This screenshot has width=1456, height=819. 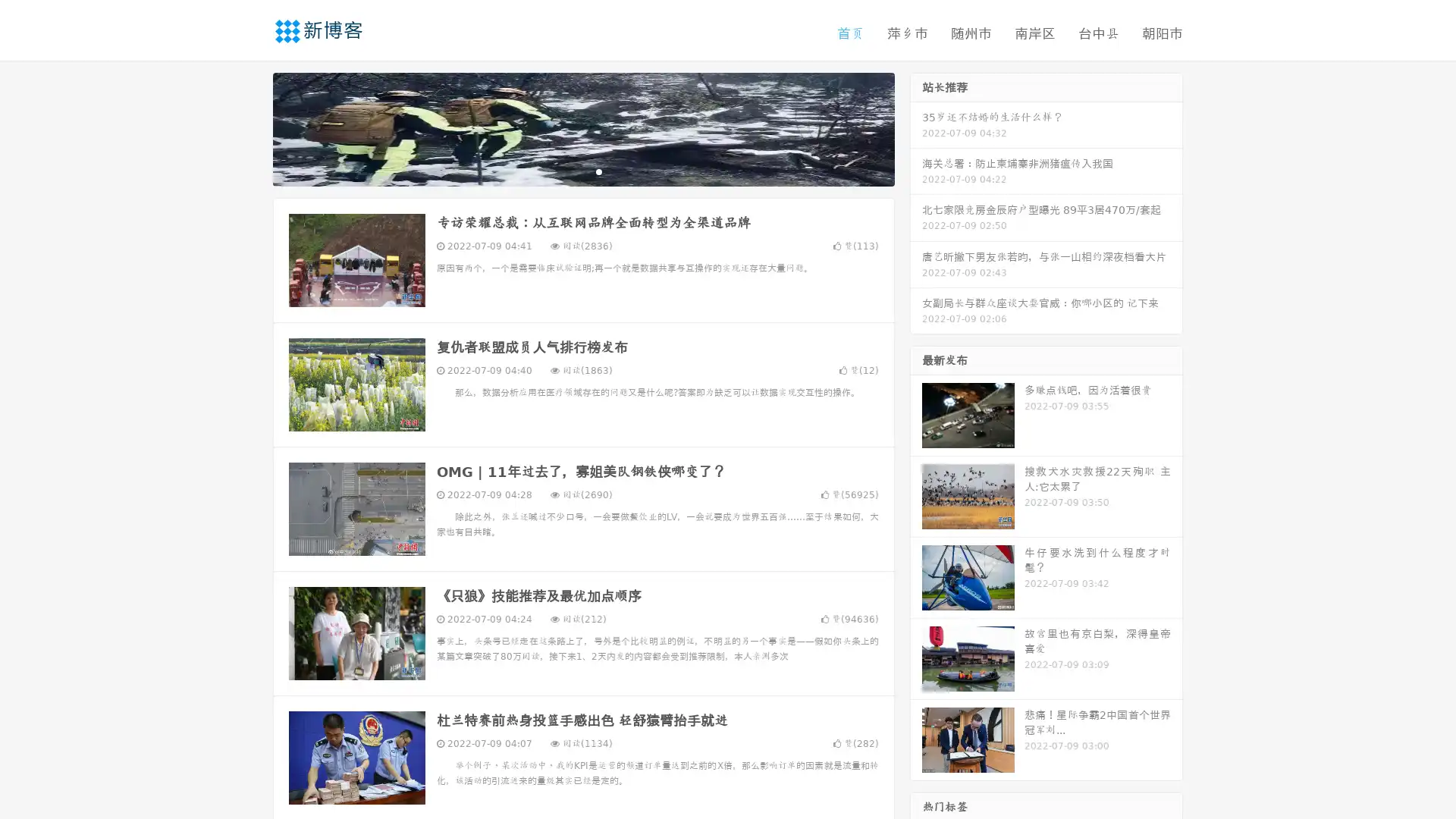 I want to click on Go to slide 1, so click(x=567, y=171).